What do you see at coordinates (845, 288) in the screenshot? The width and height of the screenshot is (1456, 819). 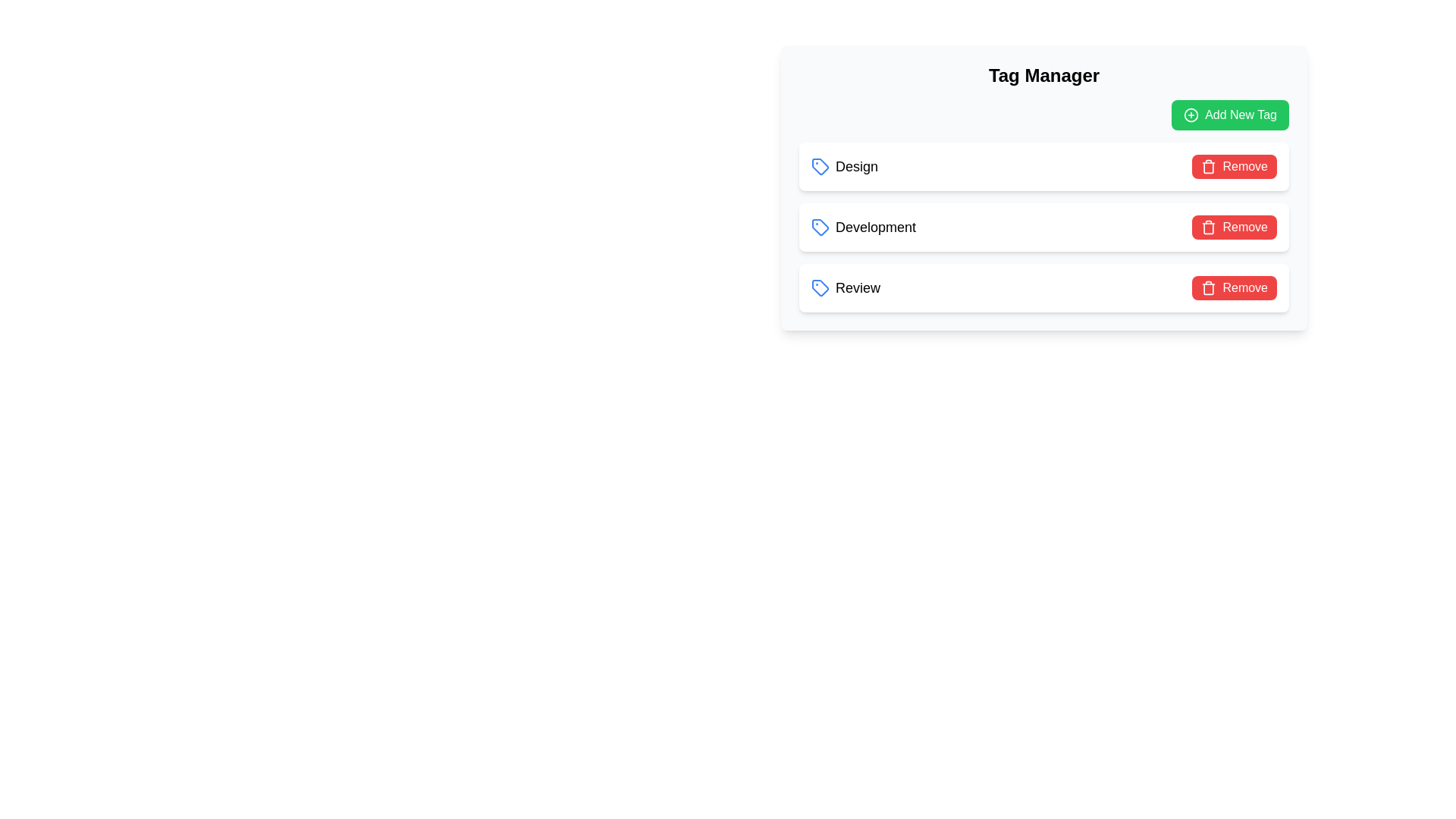 I see `text labeled 'Review' located in the bottom row of the 'Tag Manager' card, where other tags like 'Design' and 'Development' are present` at bounding box center [845, 288].